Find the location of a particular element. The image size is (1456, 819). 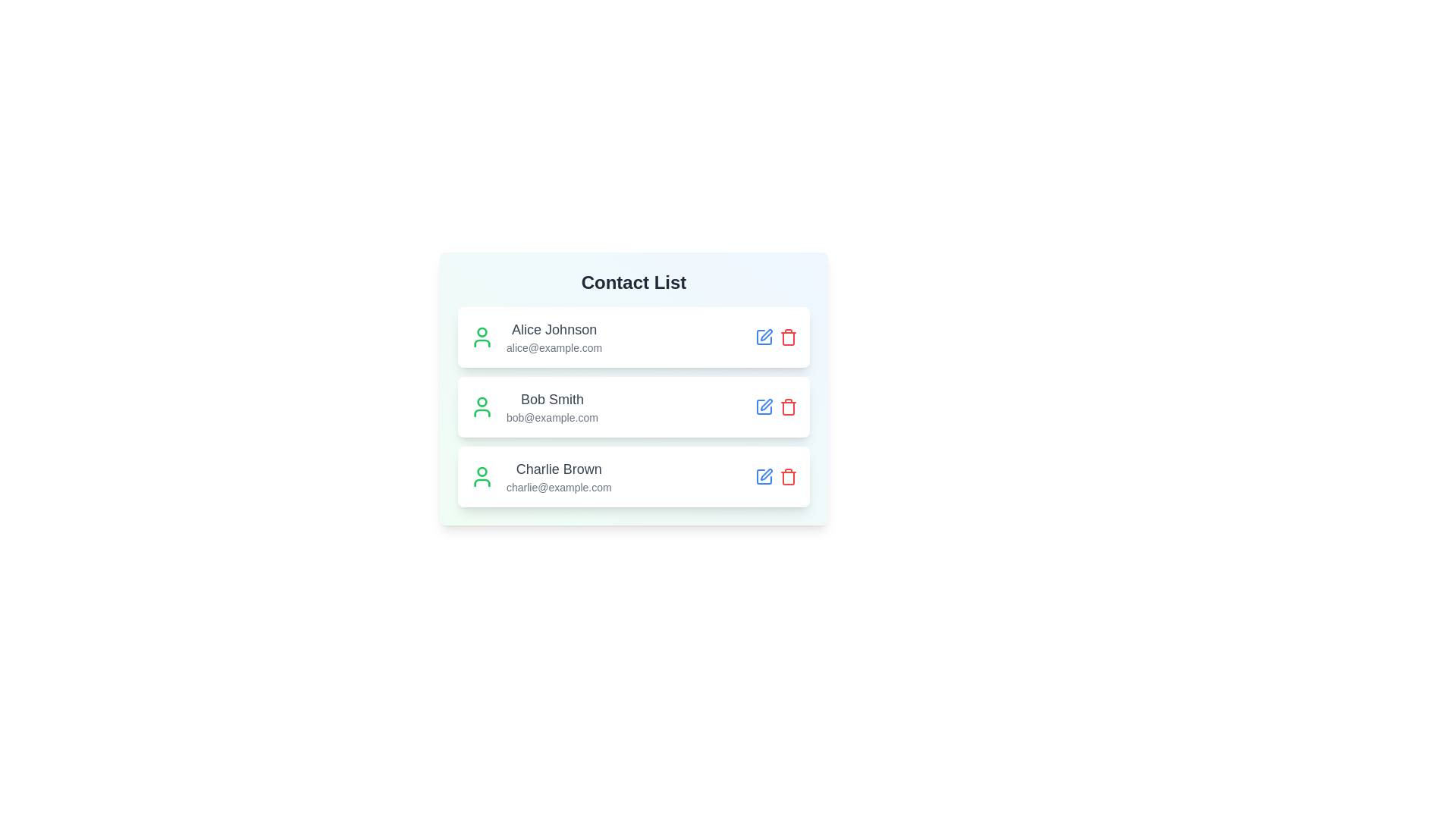

the contact corresponding to the Charlie Brown by clicking the associated delete button is located at coordinates (789, 475).